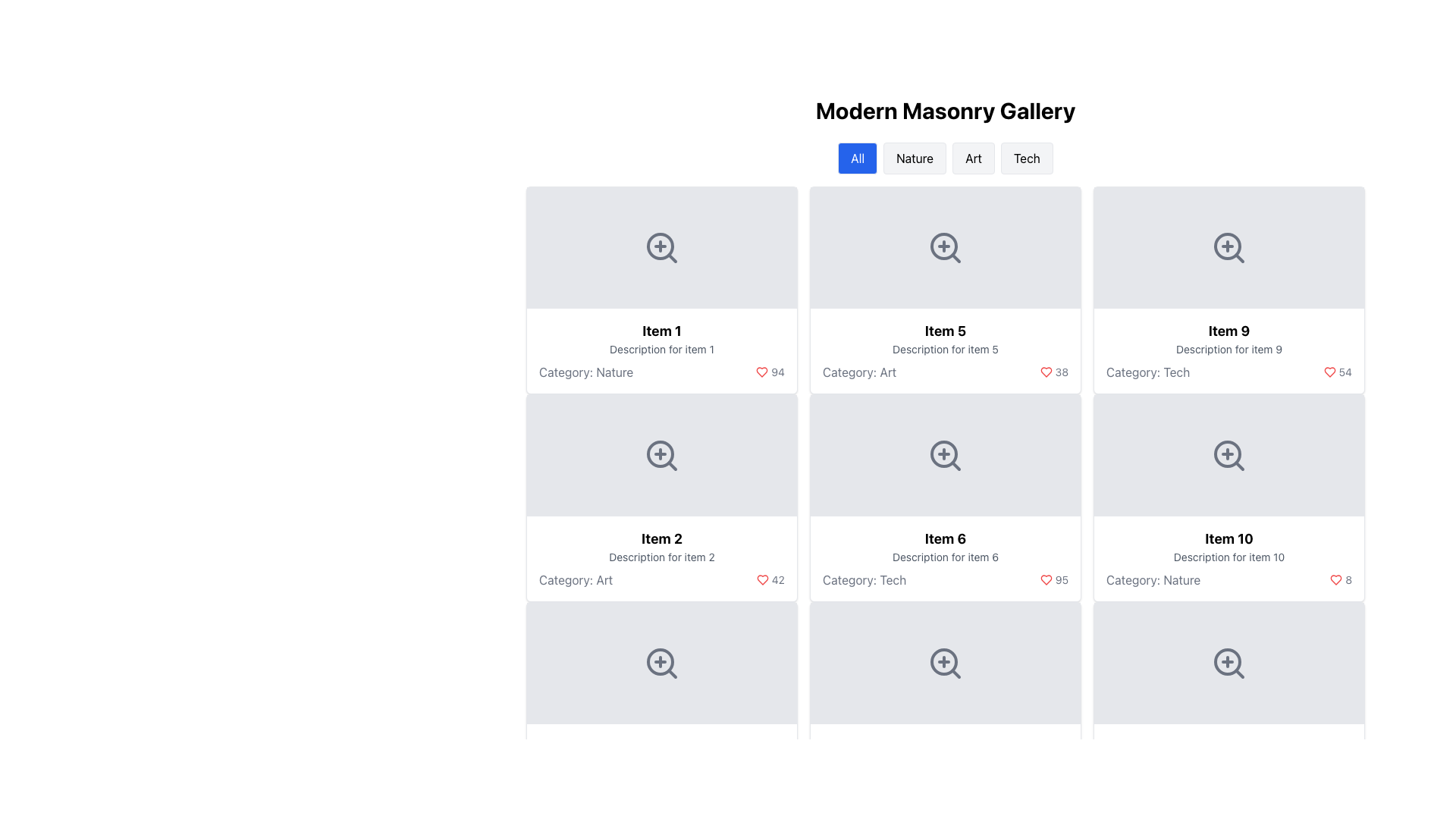 The width and height of the screenshot is (1456, 819). Describe the element at coordinates (945, 558) in the screenshot. I see `the card displaying an individual item's information, including its title, description, category, and popularity score, located in the third column of the second row of the grid layout` at that location.